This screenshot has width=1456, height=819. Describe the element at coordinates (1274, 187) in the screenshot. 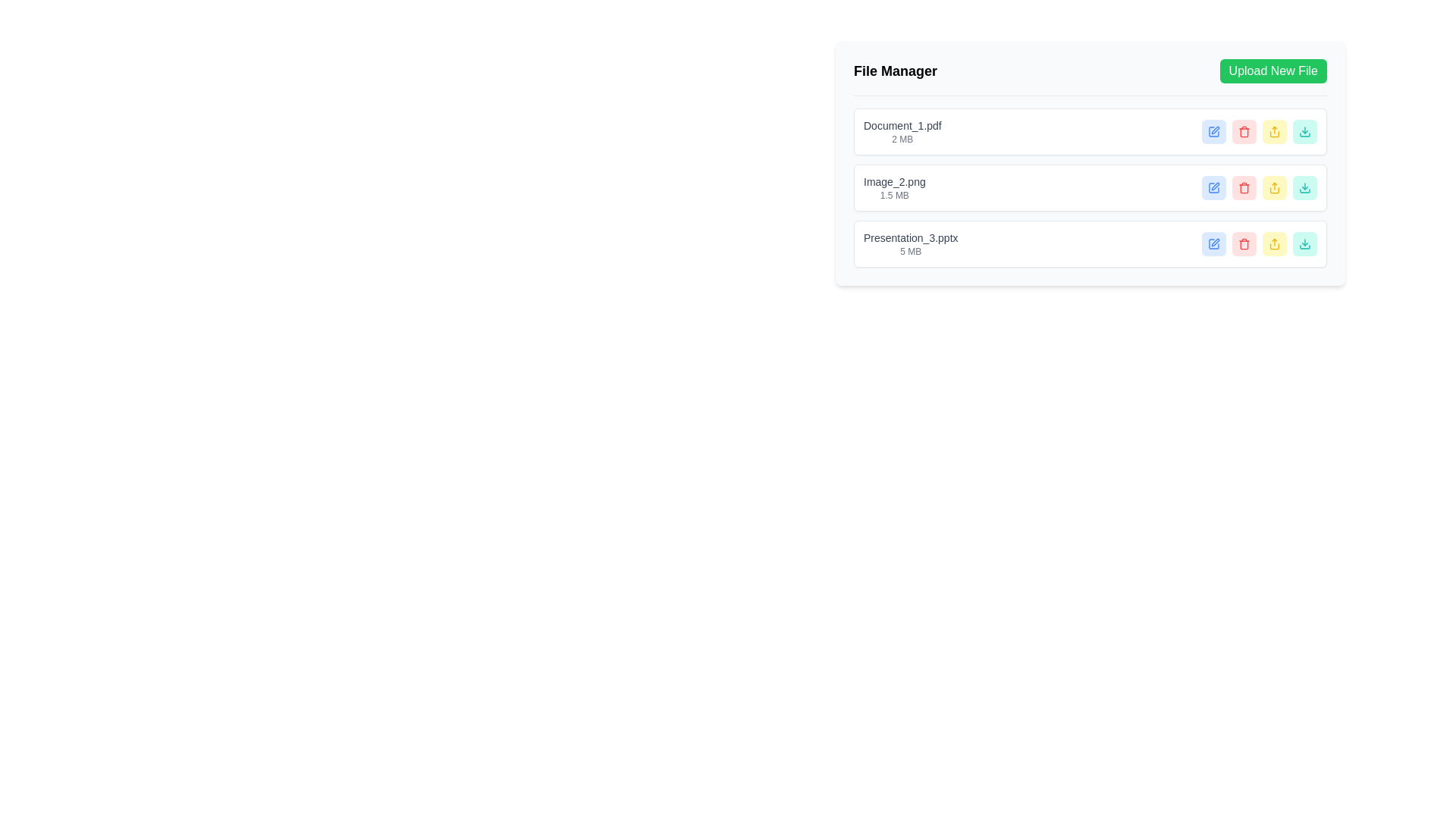

I see `the share/upload Icon button located in the last row of action buttons in the file manager interface` at that location.